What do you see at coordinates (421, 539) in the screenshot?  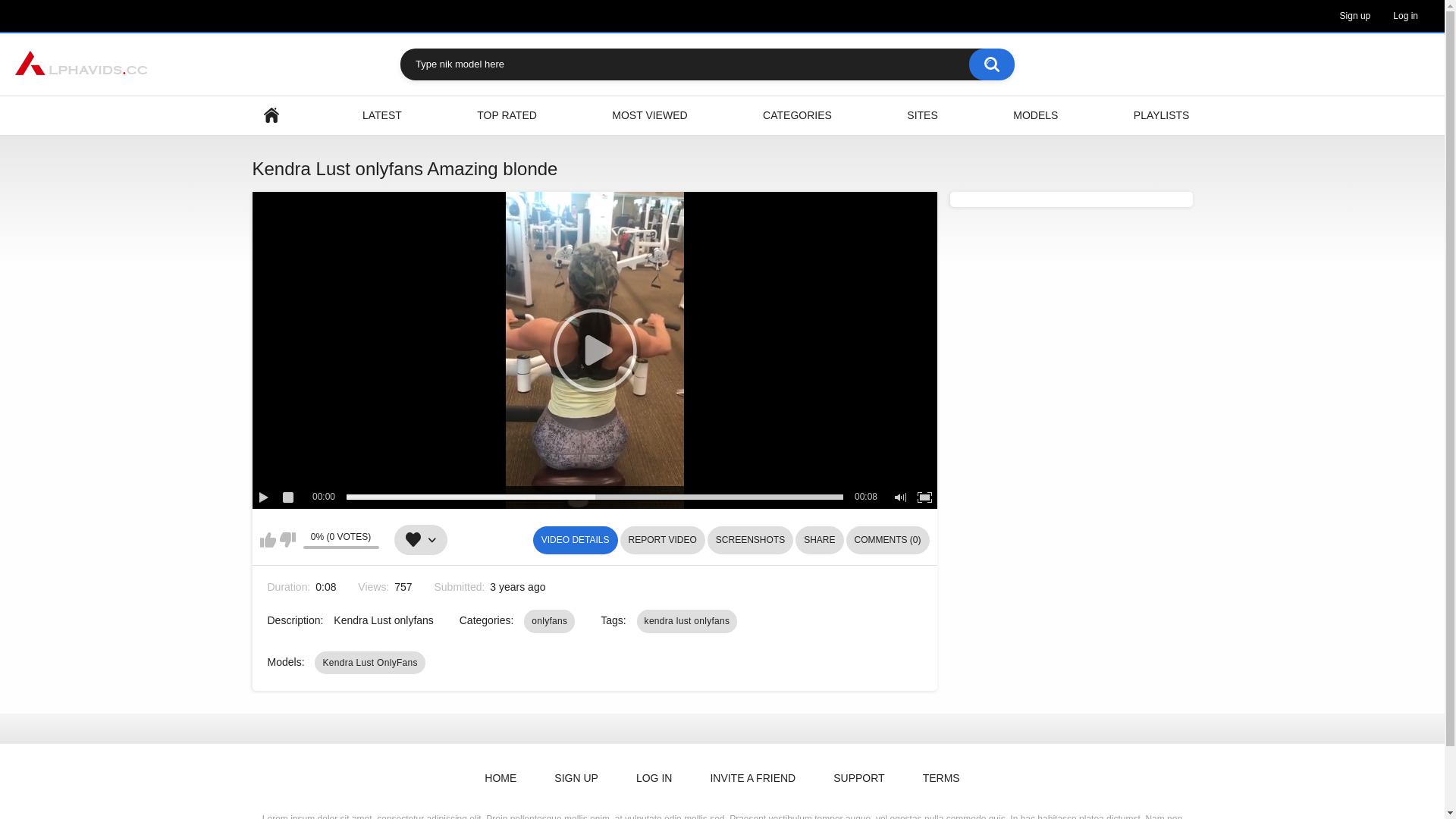 I see `'Add to Favourites'` at bounding box center [421, 539].